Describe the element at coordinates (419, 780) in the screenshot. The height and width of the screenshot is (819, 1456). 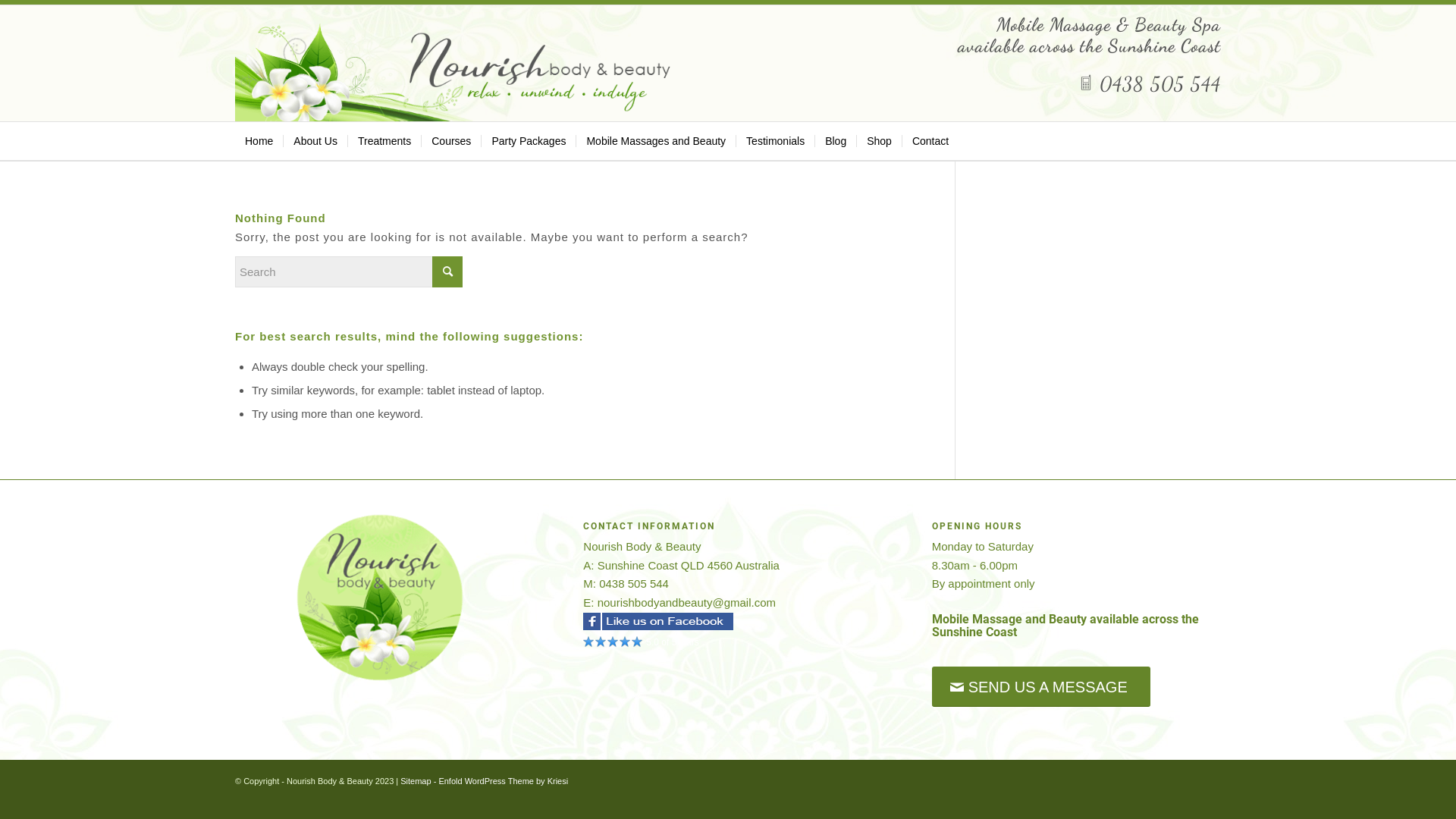
I see `'Sitemap -'` at that location.